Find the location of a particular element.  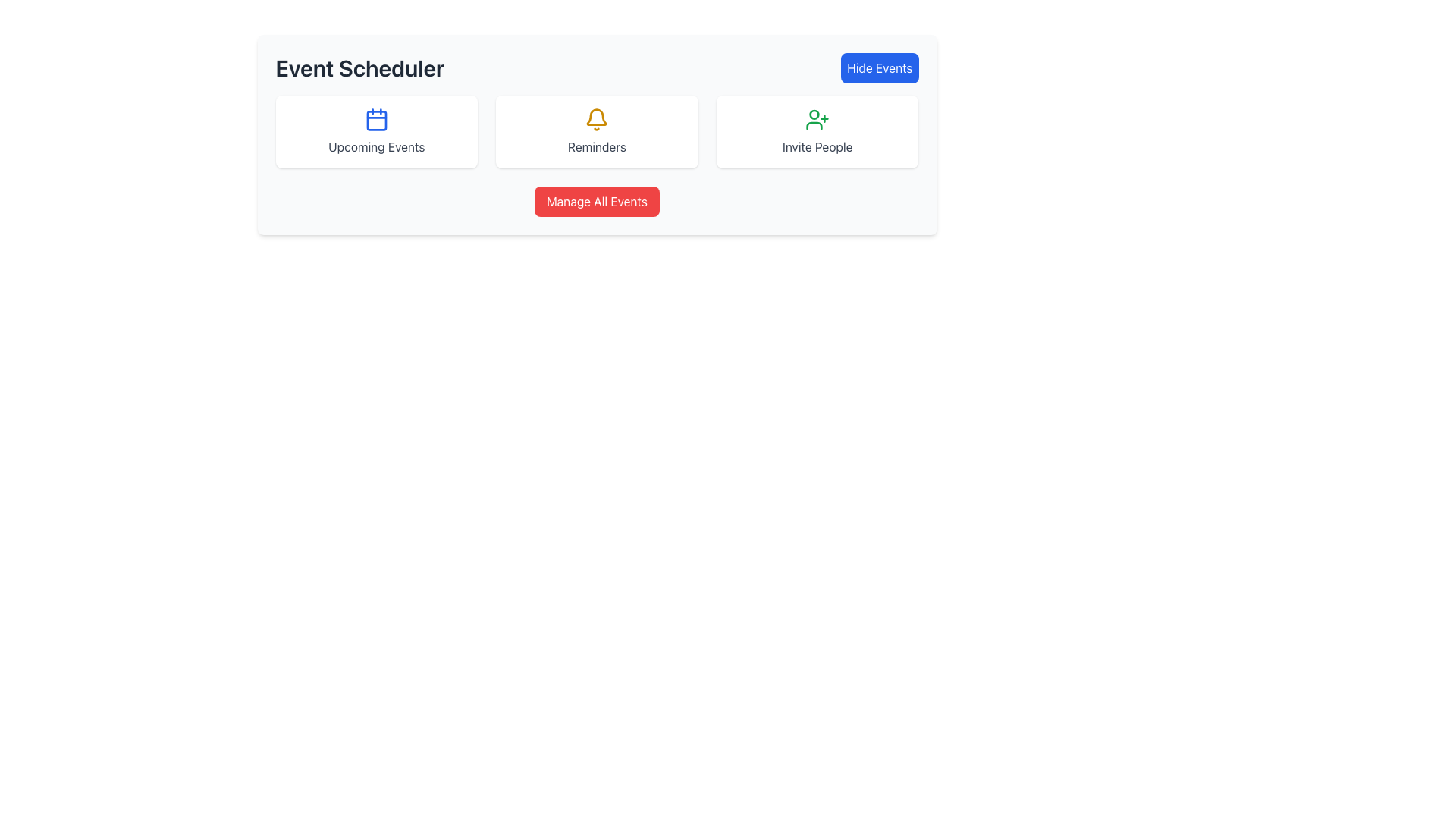

the 'Upcoming Events' static text label located at the bottom center of the white card section indicating the functionality of the associated card is located at coordinates (376, 146).